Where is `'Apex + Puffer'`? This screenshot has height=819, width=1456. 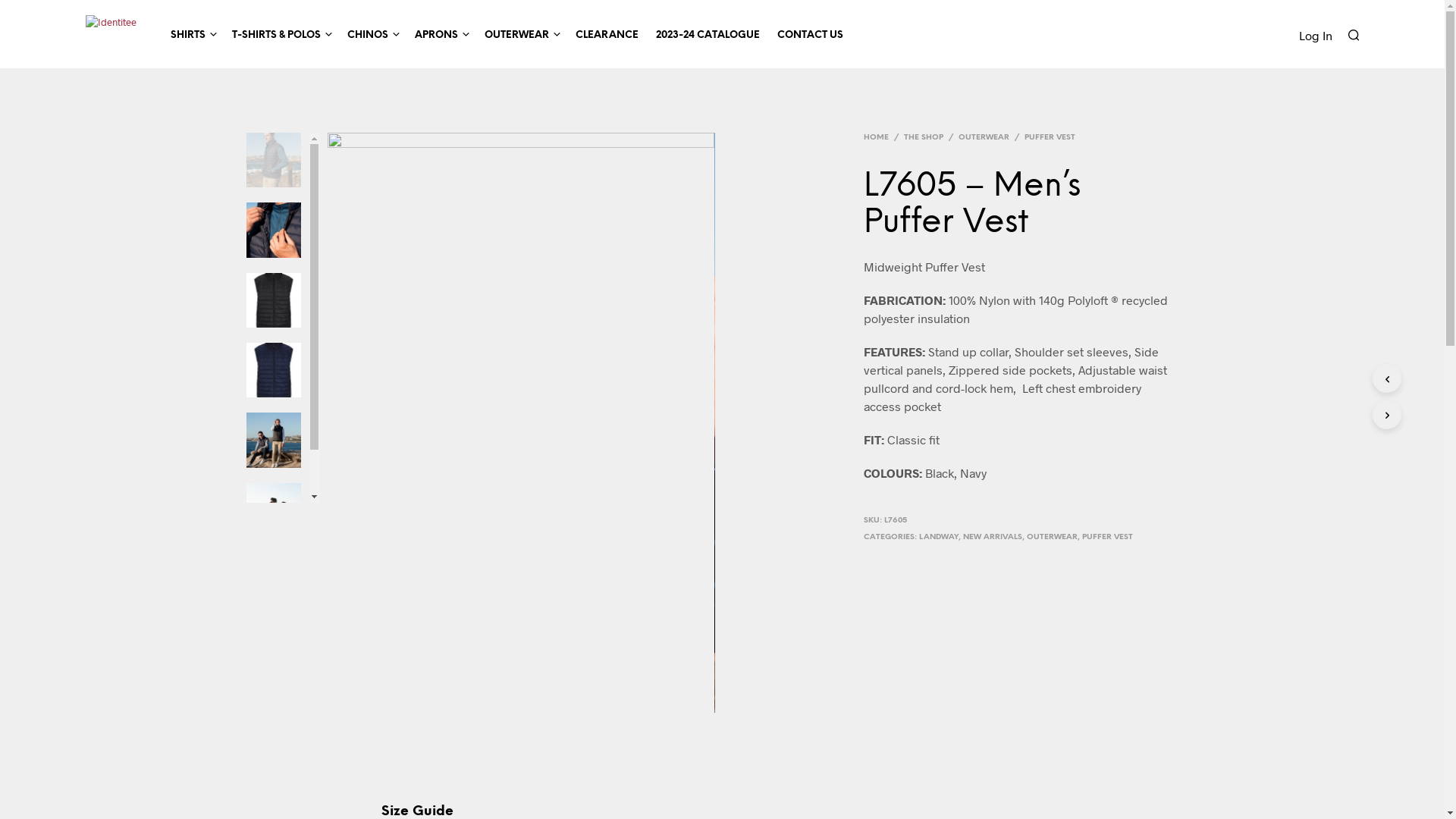 'Apex + Puffer' is located at coordinates (520, 422).